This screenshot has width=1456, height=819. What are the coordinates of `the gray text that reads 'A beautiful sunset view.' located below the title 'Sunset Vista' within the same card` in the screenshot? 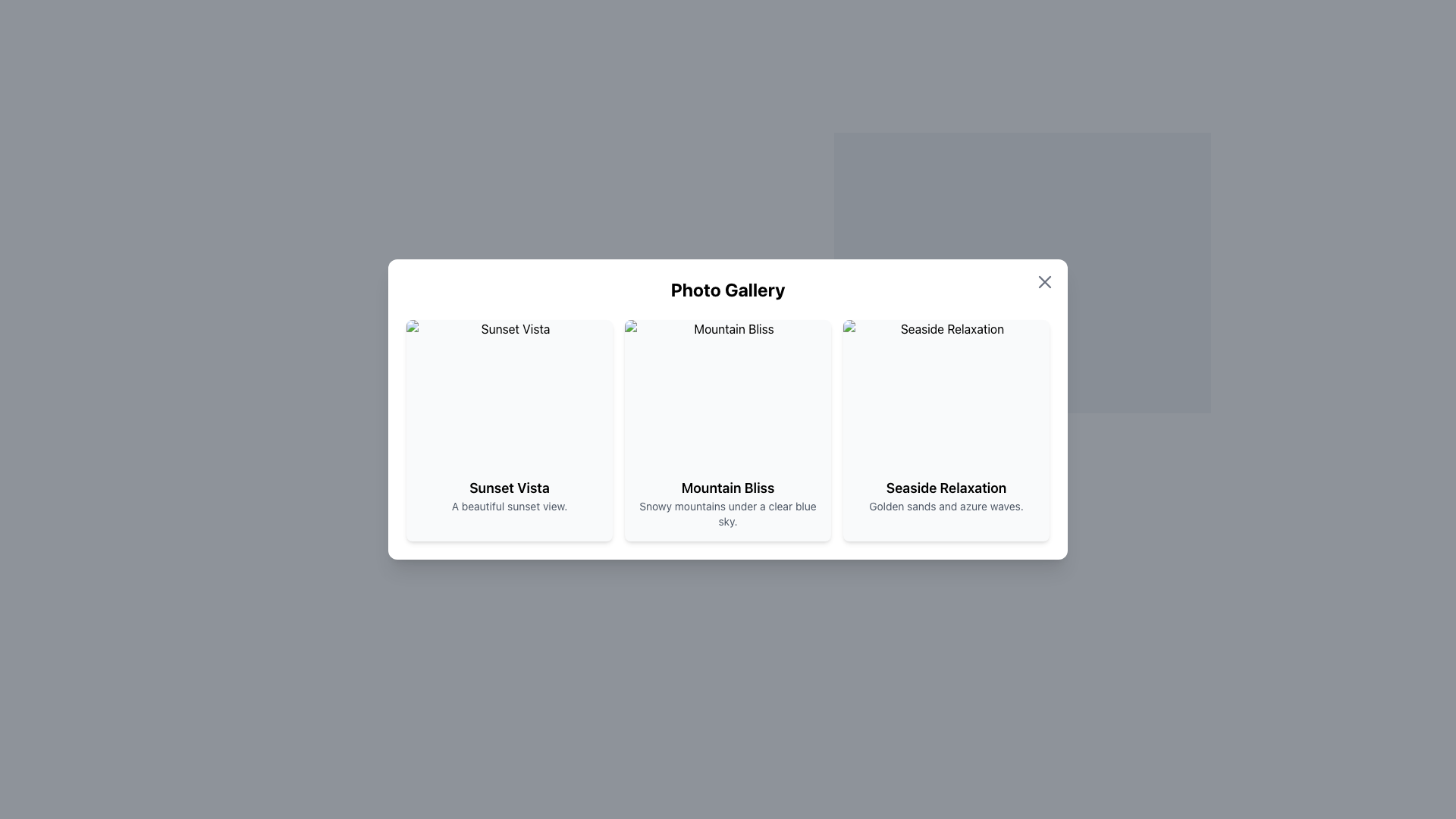 It's located at (510, 506).